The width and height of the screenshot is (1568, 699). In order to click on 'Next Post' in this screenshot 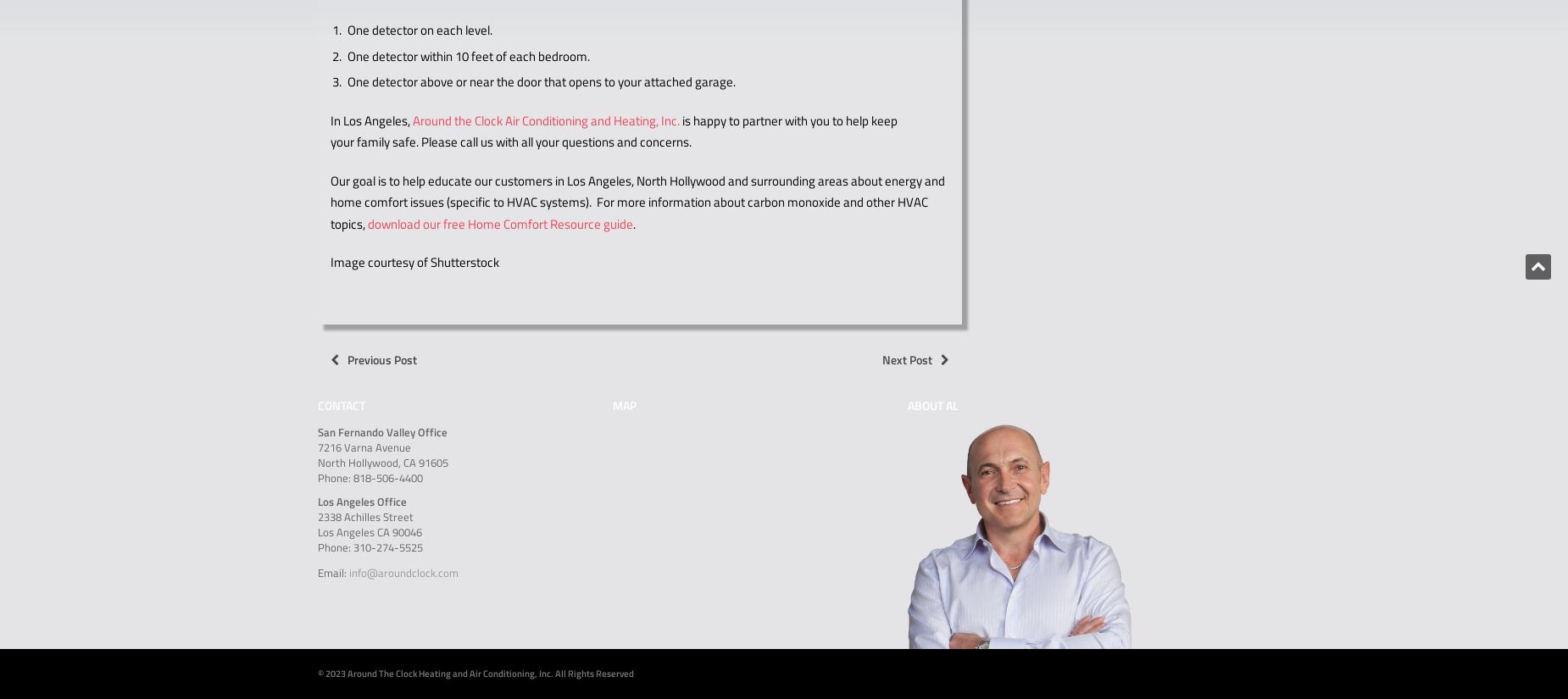, I will do `click(906, 359)`.